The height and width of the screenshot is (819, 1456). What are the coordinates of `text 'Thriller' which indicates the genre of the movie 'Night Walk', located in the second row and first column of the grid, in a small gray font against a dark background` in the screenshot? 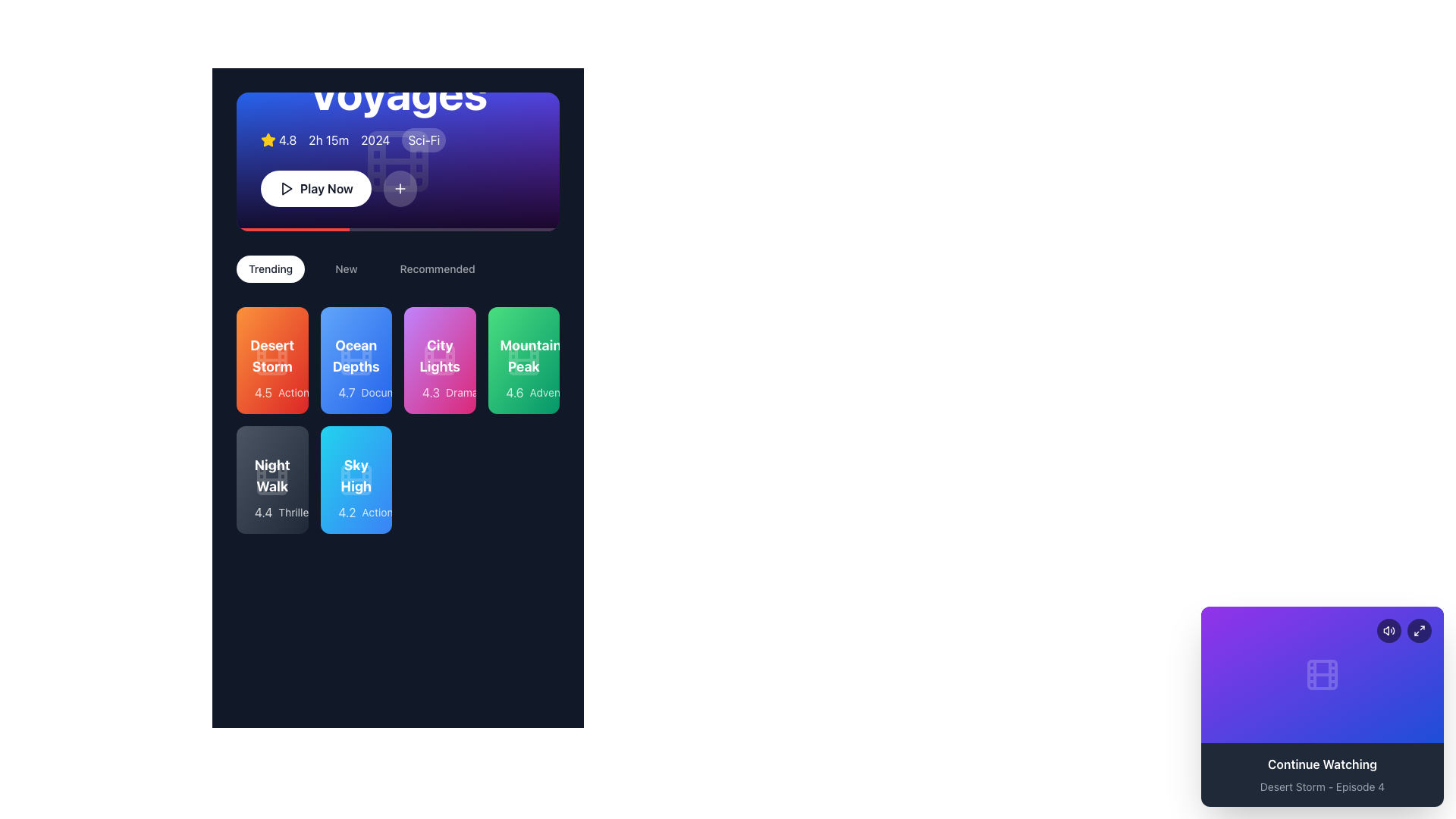 It's located at (295, 512).